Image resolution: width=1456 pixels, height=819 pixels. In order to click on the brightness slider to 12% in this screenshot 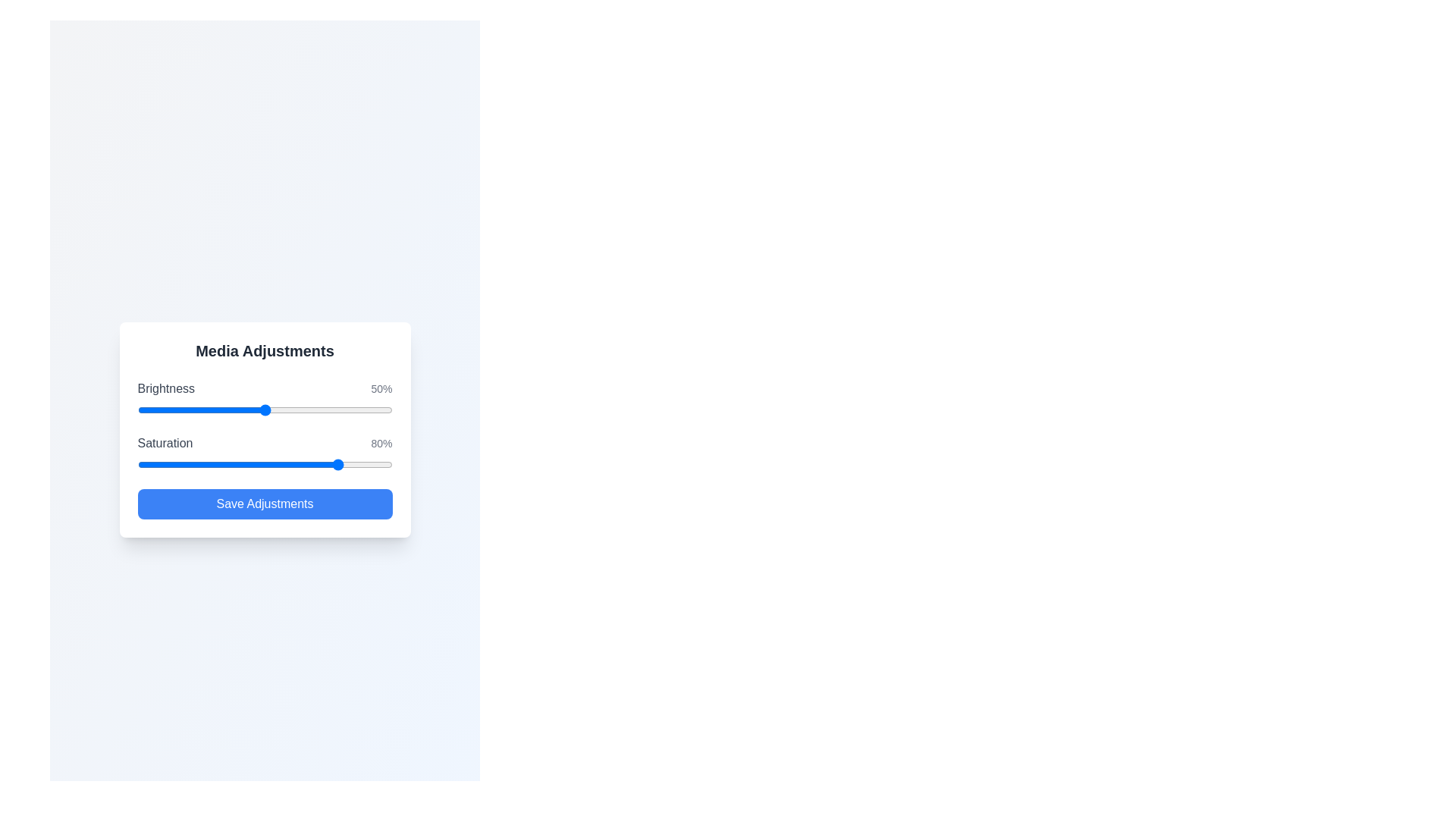, I will do `click(168, 409)`.